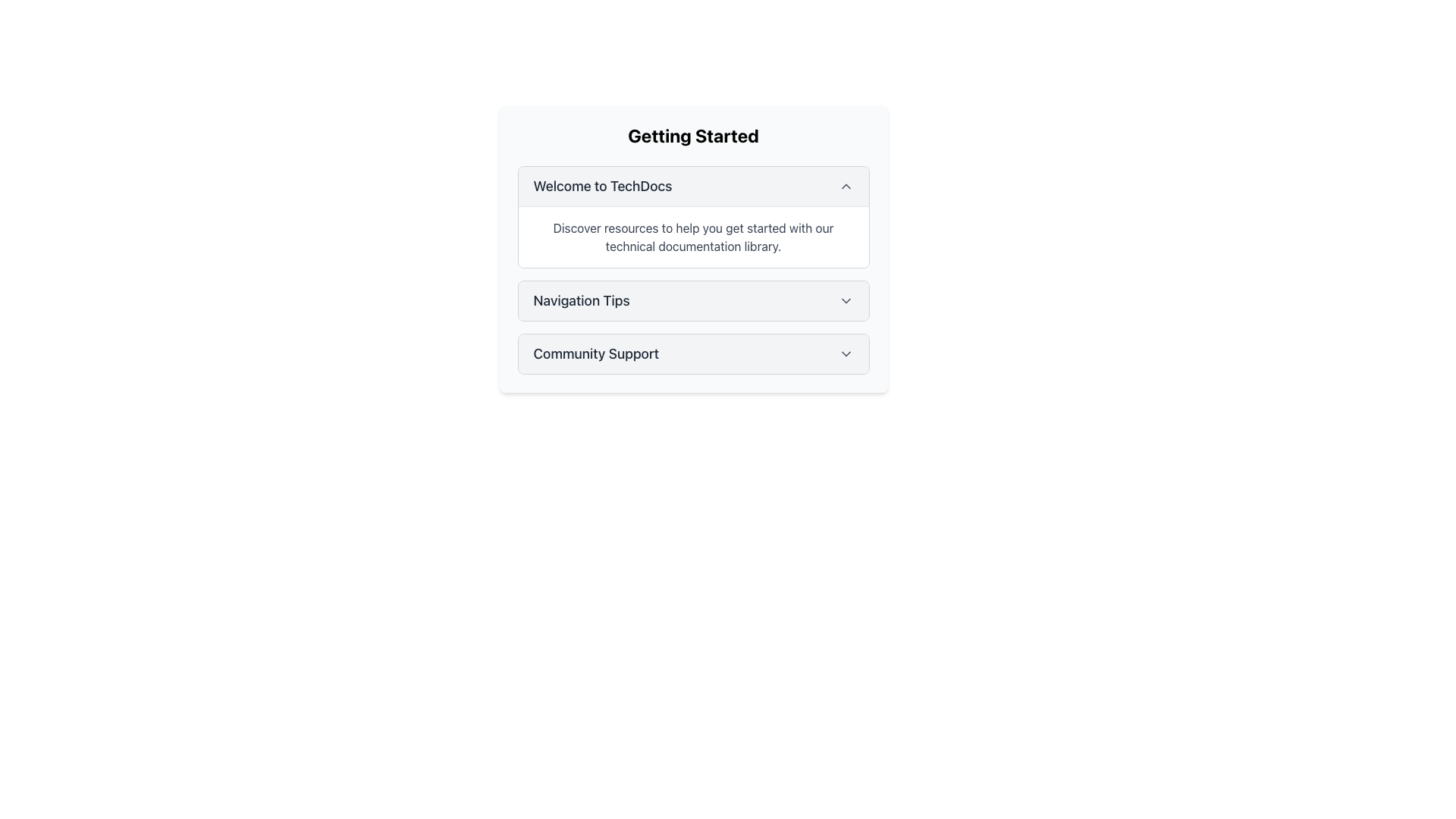 The width and height of the screenshot is (1456, 819). What do you see at coordinates (692, 237) in the screenshot?
I see `the informational Text Box that provides guidance for exploring the technical documentation library, located beneath the title 'Welcome to TechDocs'` at bounding box center [692, 237].